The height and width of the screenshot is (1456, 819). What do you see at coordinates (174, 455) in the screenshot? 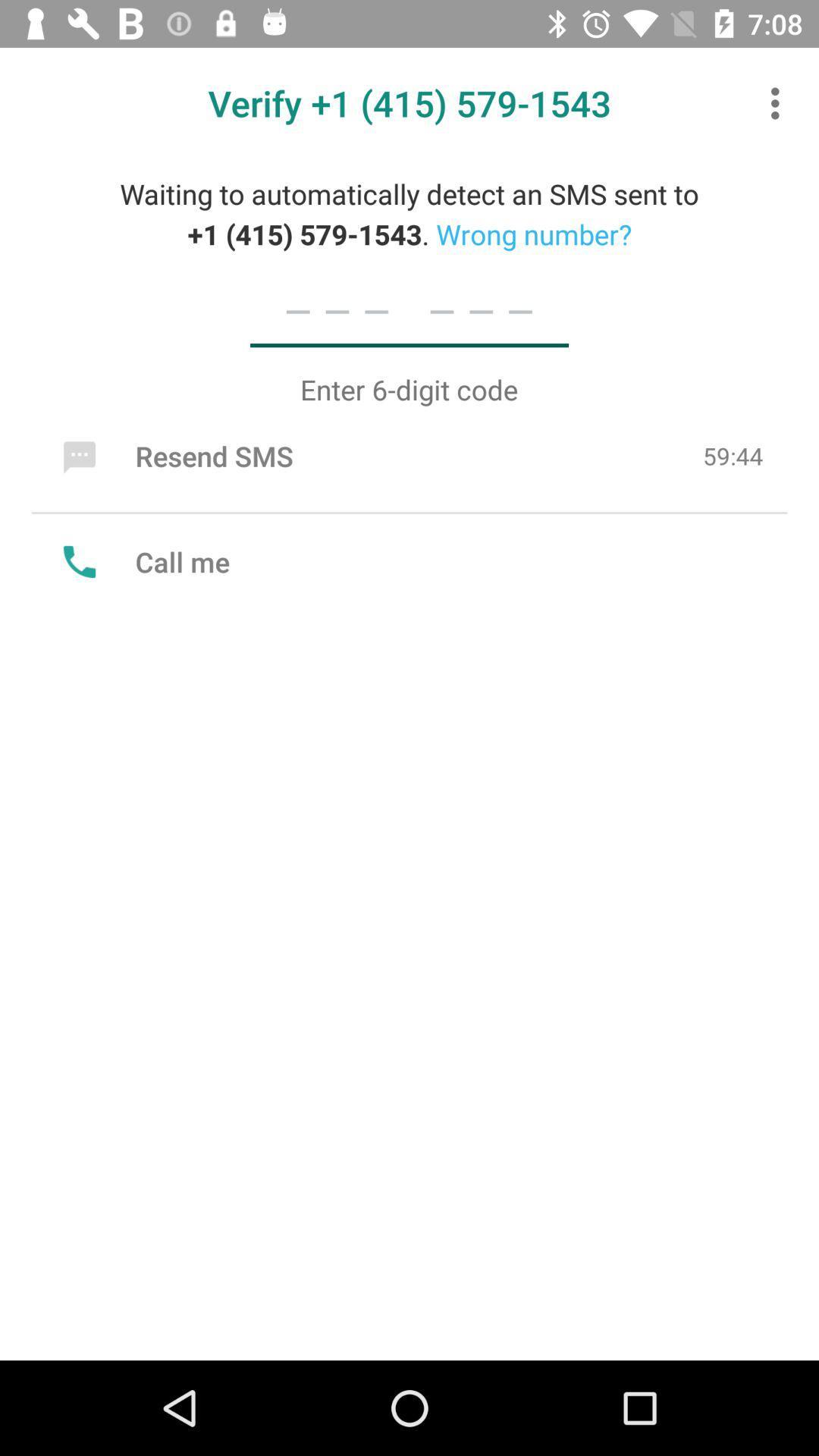
I see `resend sms item` at bounding box center [174, 455].